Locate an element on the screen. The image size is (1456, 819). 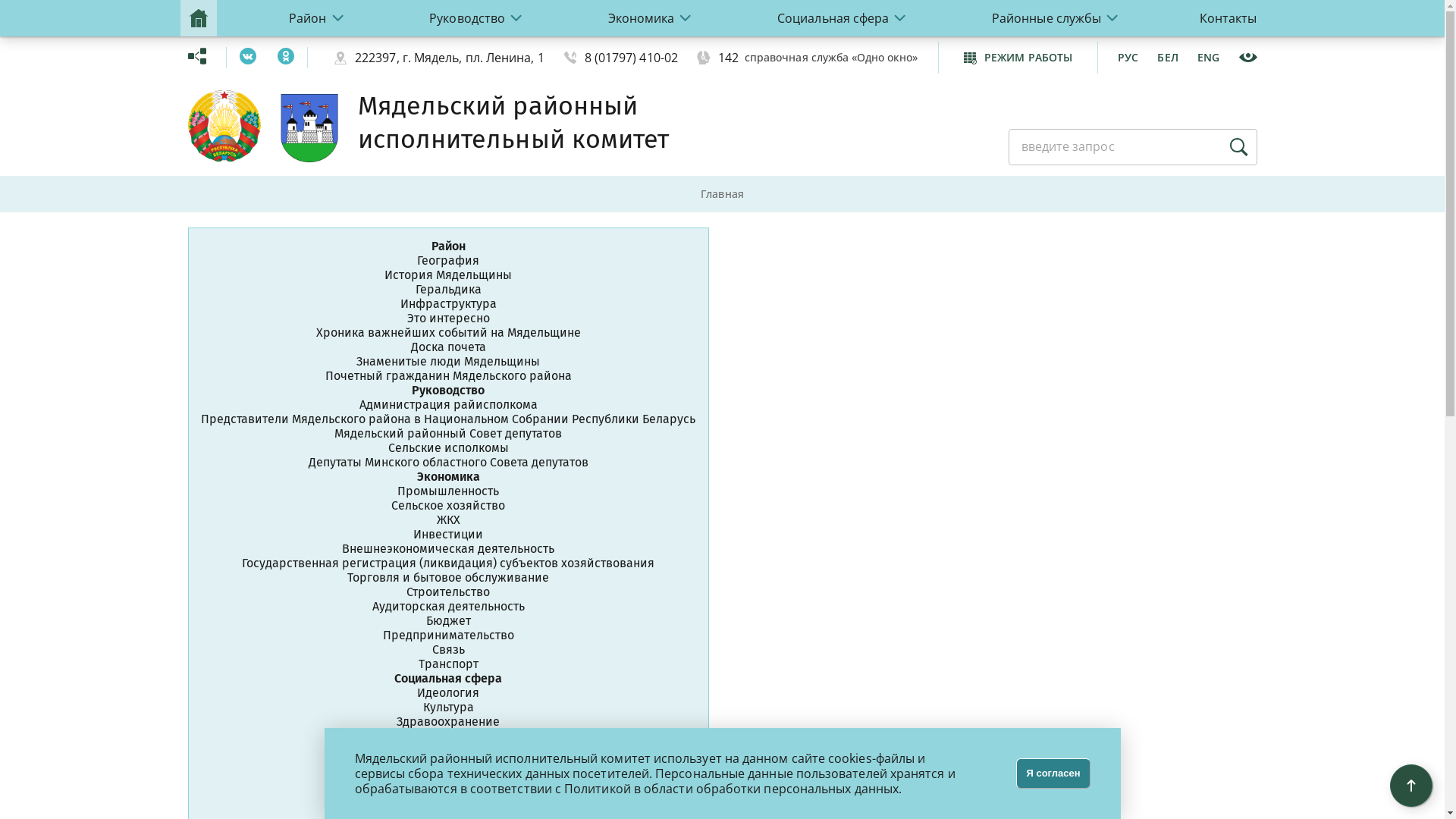
'8 (01797) 410-02' is located at coordinates (631, 57).